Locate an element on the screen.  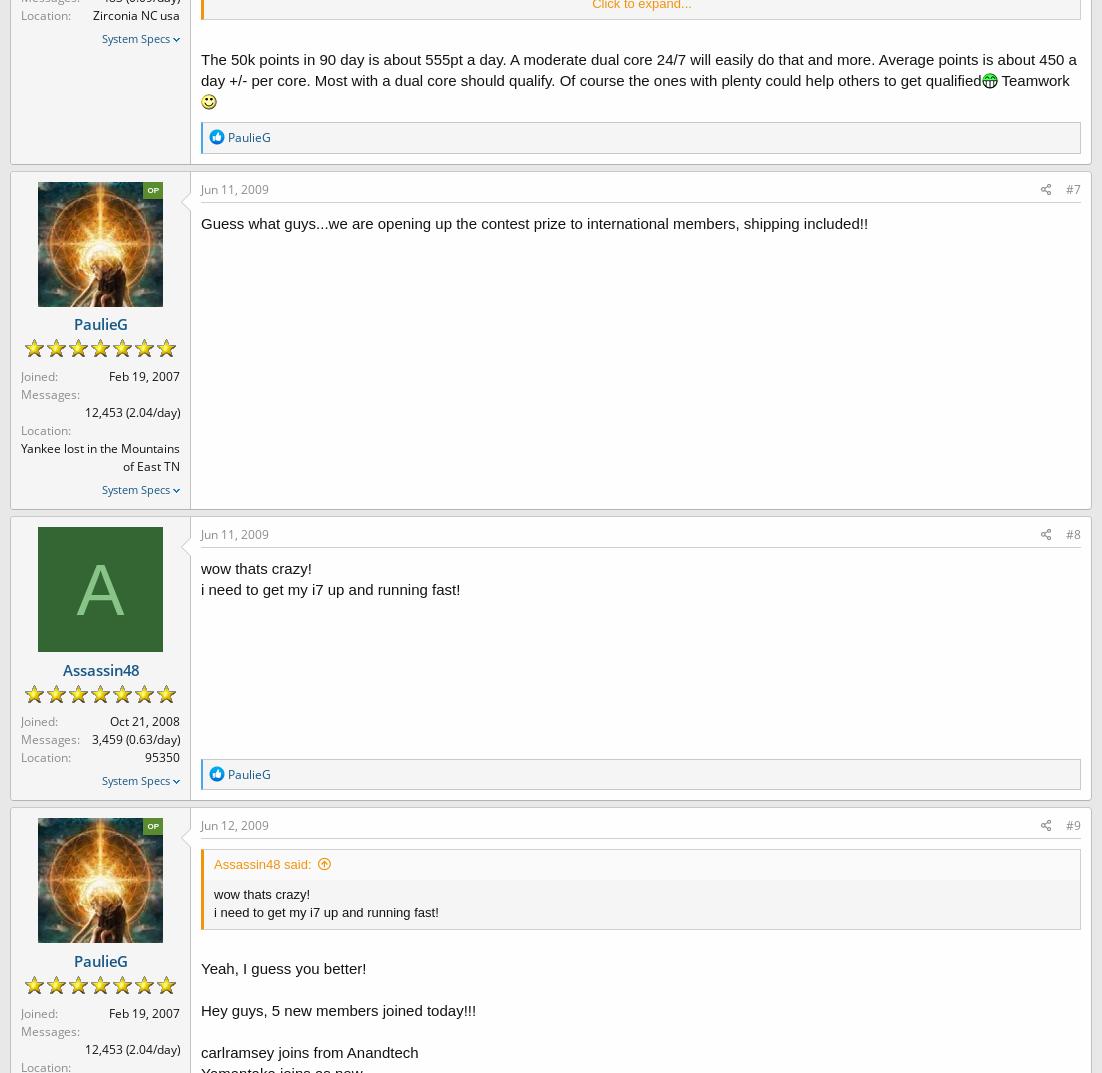
'Hey guys, 5 new members joined today!!!' is located at coordinates (337, 1009).